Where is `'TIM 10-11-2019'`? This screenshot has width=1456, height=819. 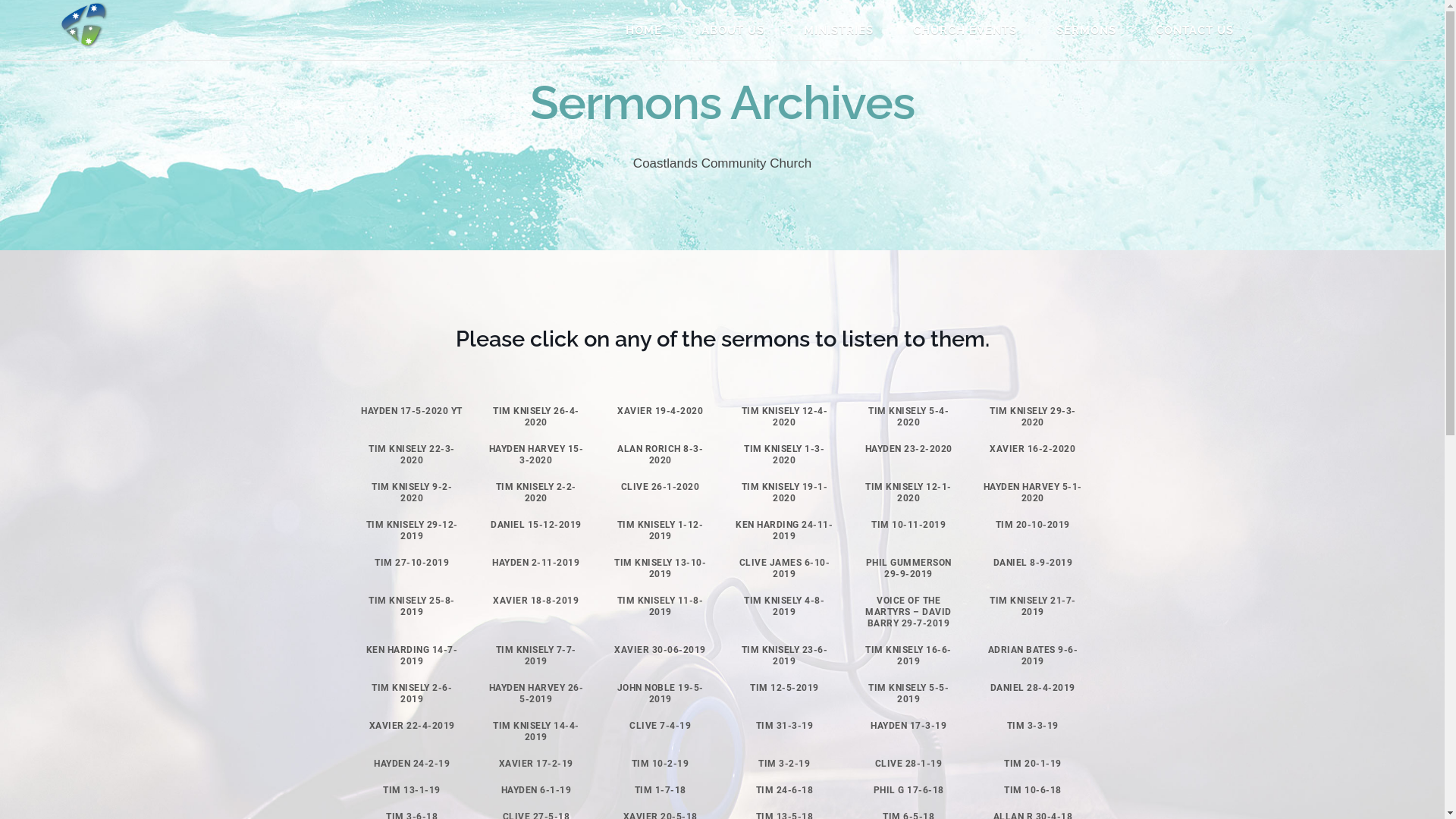 'TIM 10-11-2019' is located at coordinates (908, 523).